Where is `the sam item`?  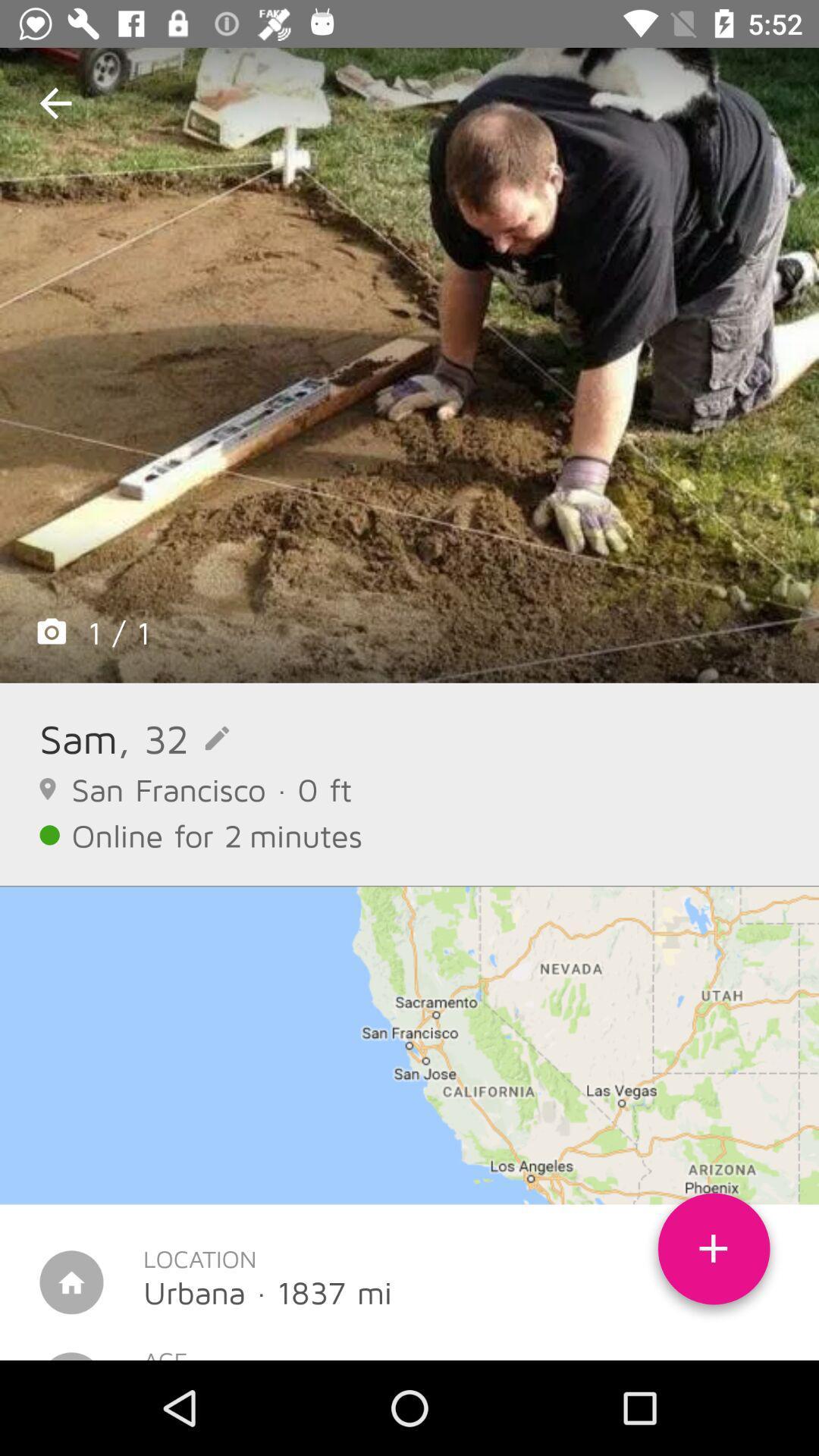
the sam item is located at coordinates (78, 738).